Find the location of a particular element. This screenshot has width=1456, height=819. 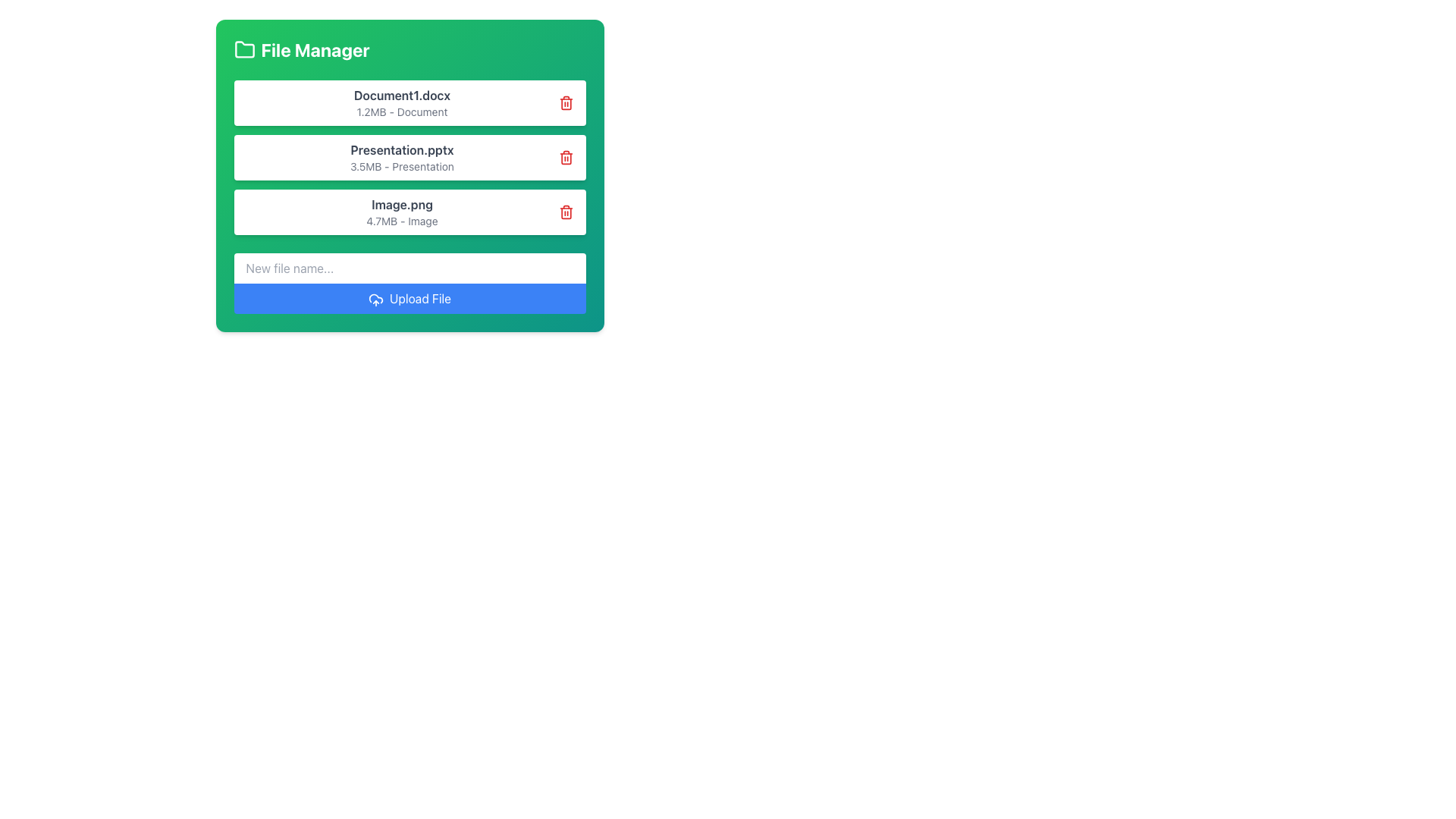

the static text label displaying the filename 'Presentation.pptx' in the file management interface, which is centrally aligned above the descriptive text '3.5MB - Presentation' is located at coordinates (402, 149).